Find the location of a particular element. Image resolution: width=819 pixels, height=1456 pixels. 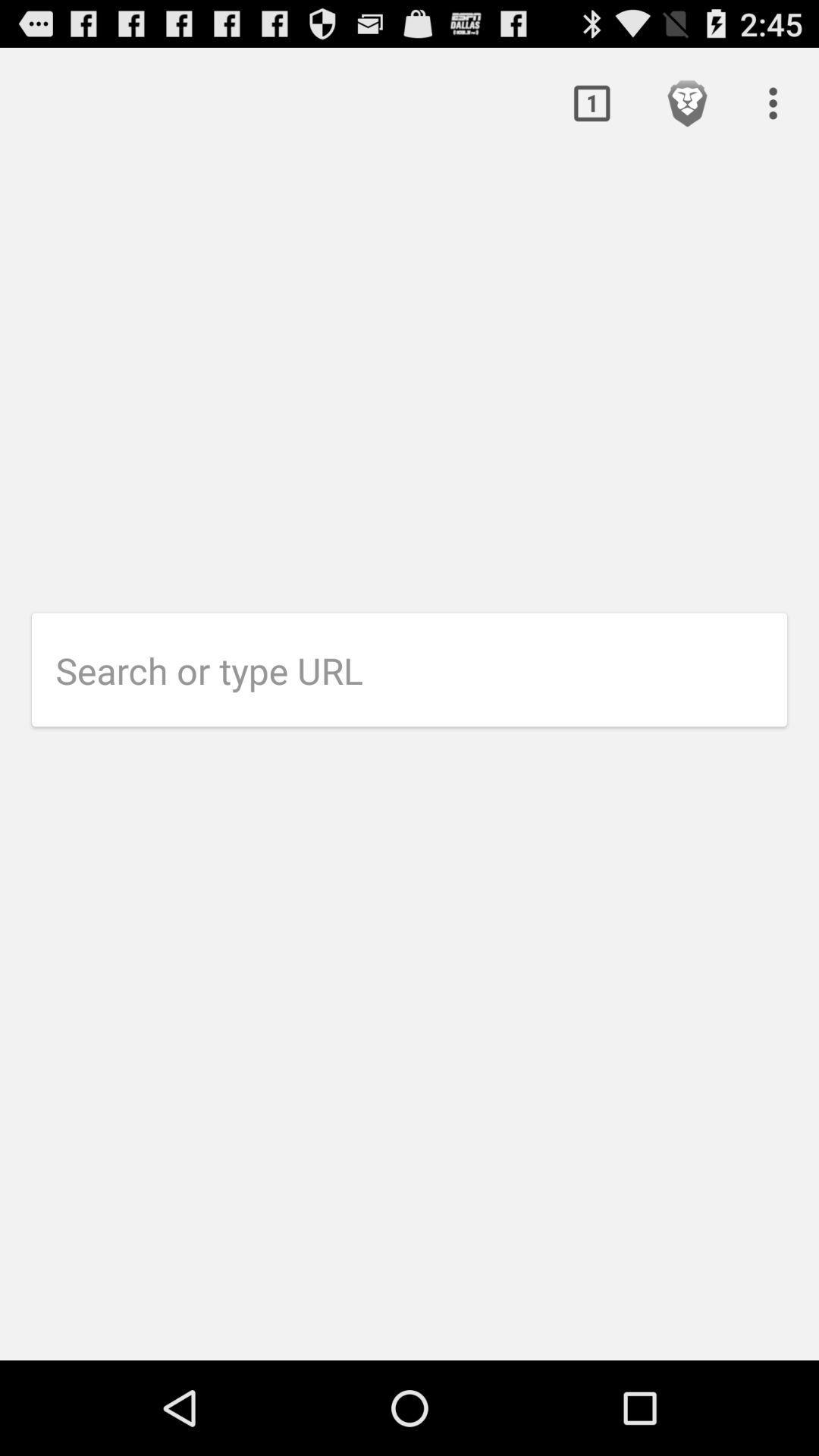

url is located at coordinates (421, 670).